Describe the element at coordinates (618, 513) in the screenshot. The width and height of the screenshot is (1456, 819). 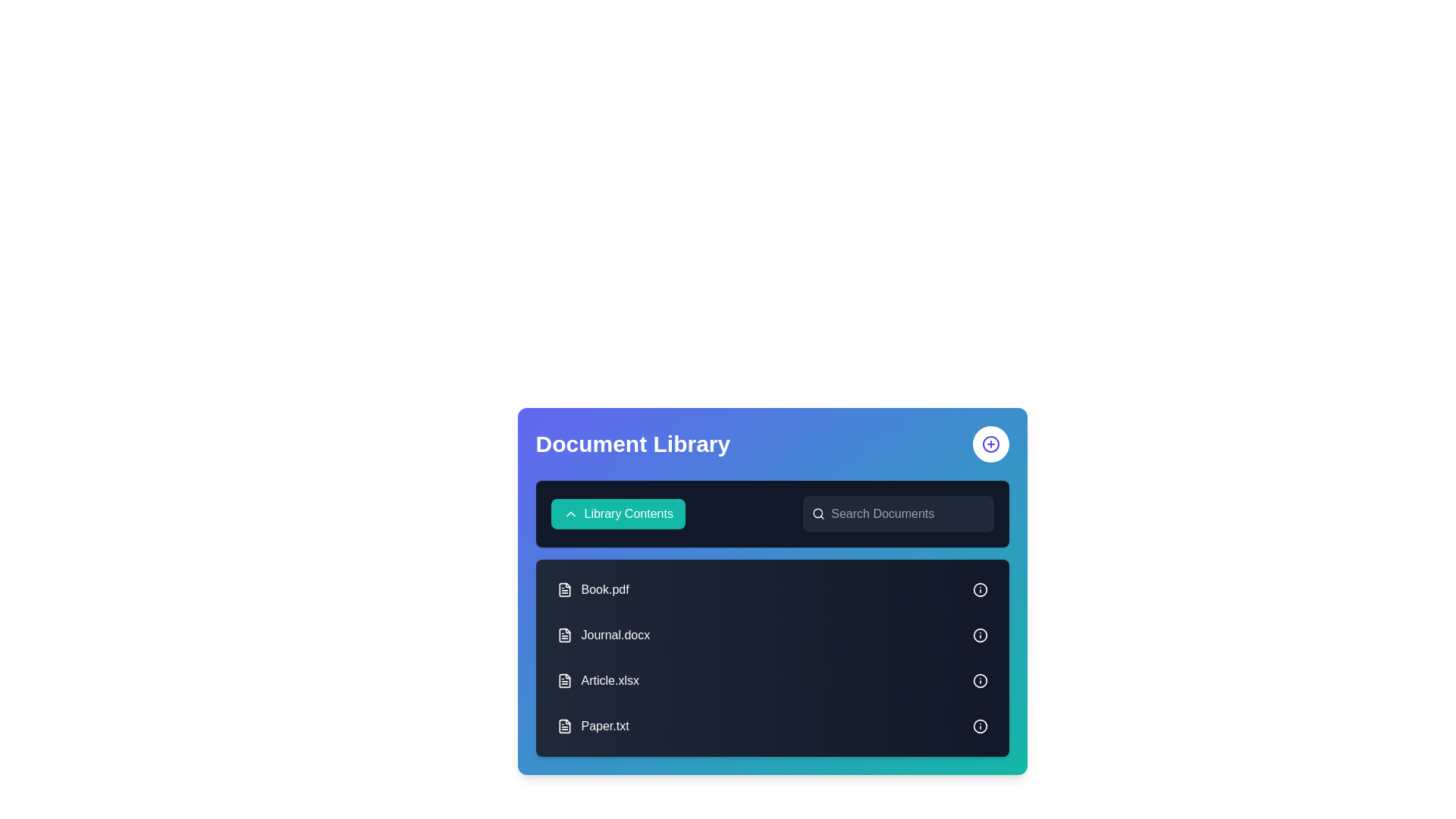
I see `the 'Library Contents' button with a teal background and upward-pointing chevron icon for additional options` at that location.